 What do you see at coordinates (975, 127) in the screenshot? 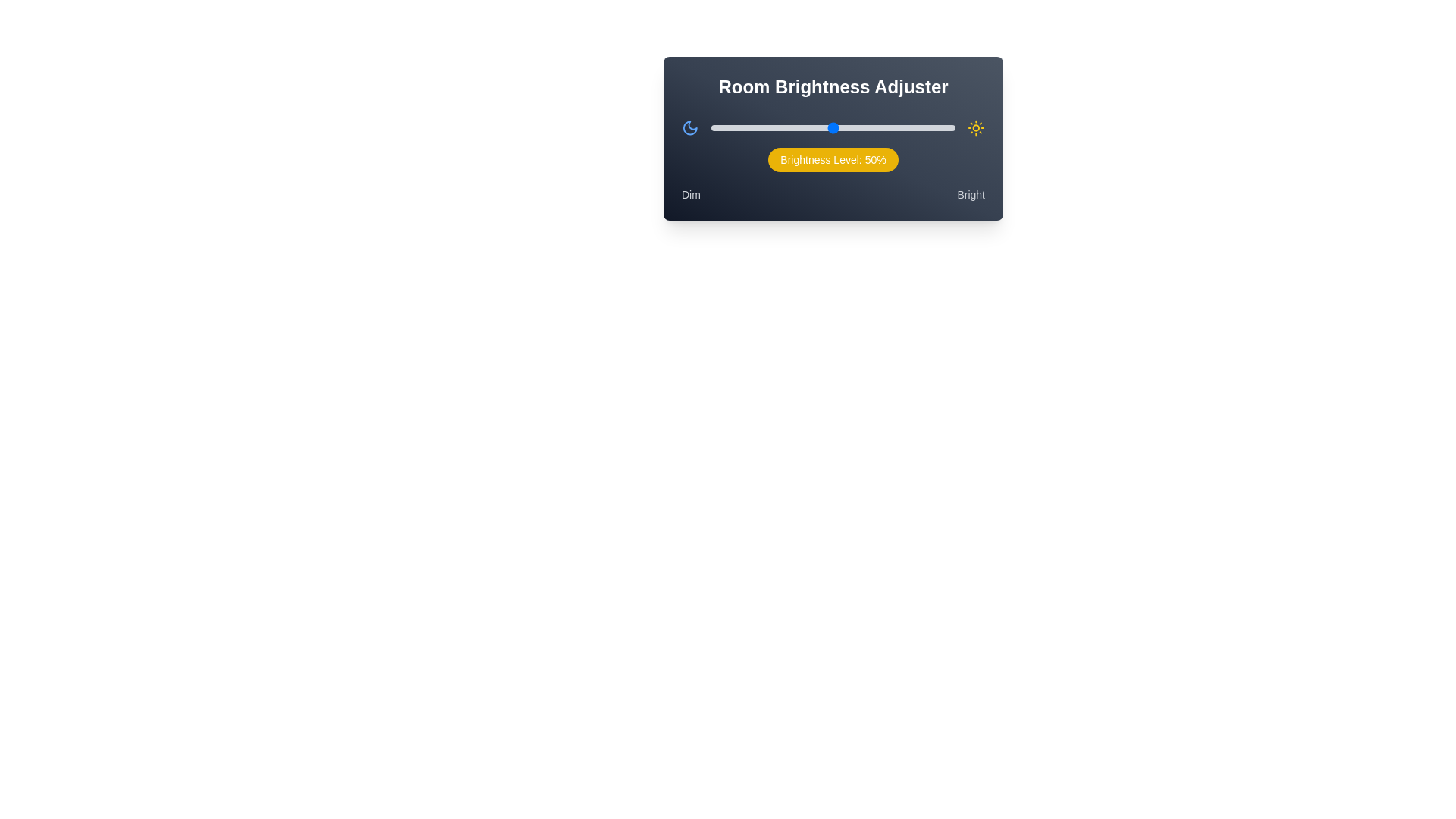
I see `the sun icon` at bounding box center [975, 127].